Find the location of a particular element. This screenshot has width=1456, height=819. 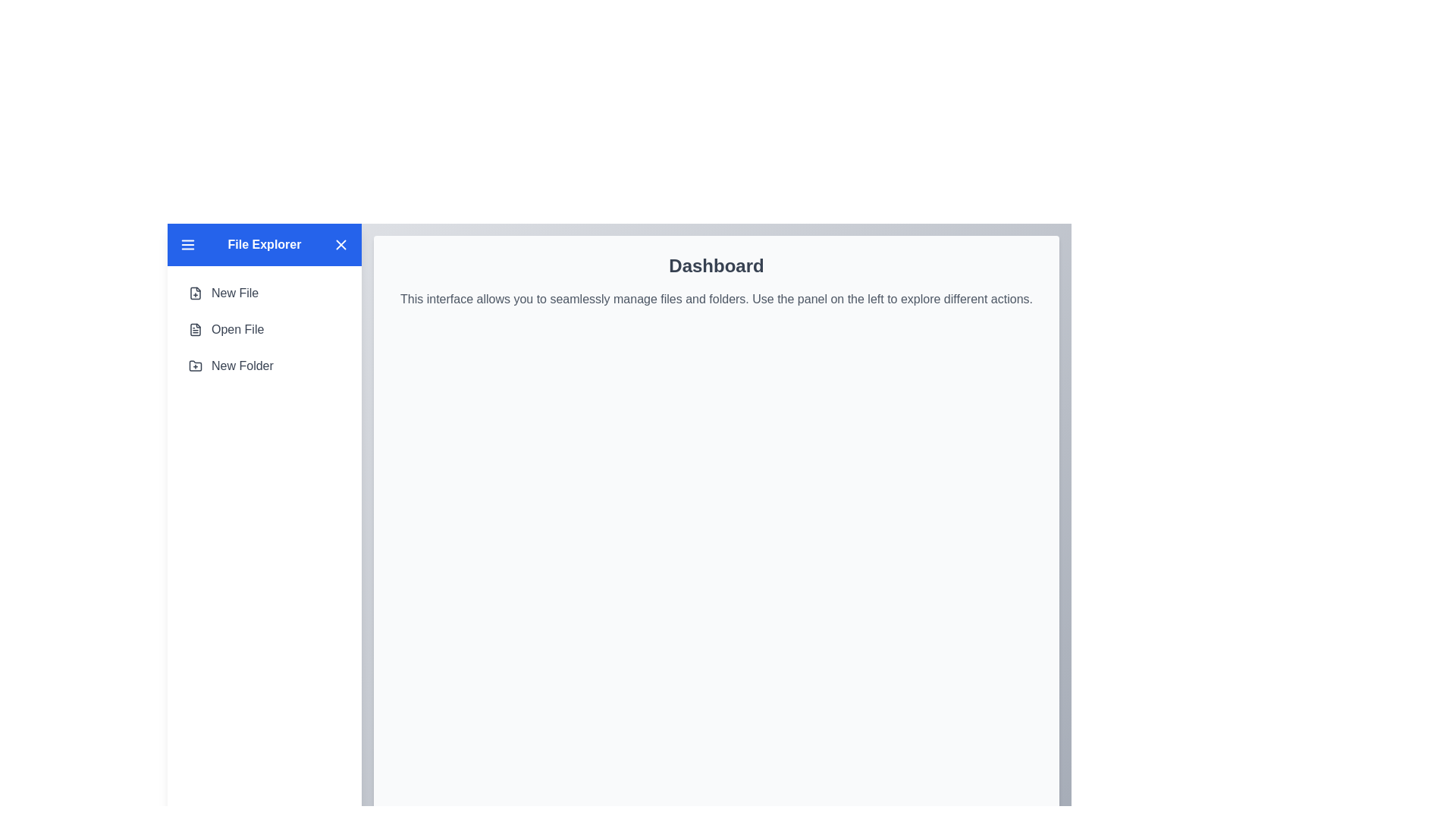

the 'Create New File' button located at the top of the menu options in the left panel is located at coordinates (223, 293).